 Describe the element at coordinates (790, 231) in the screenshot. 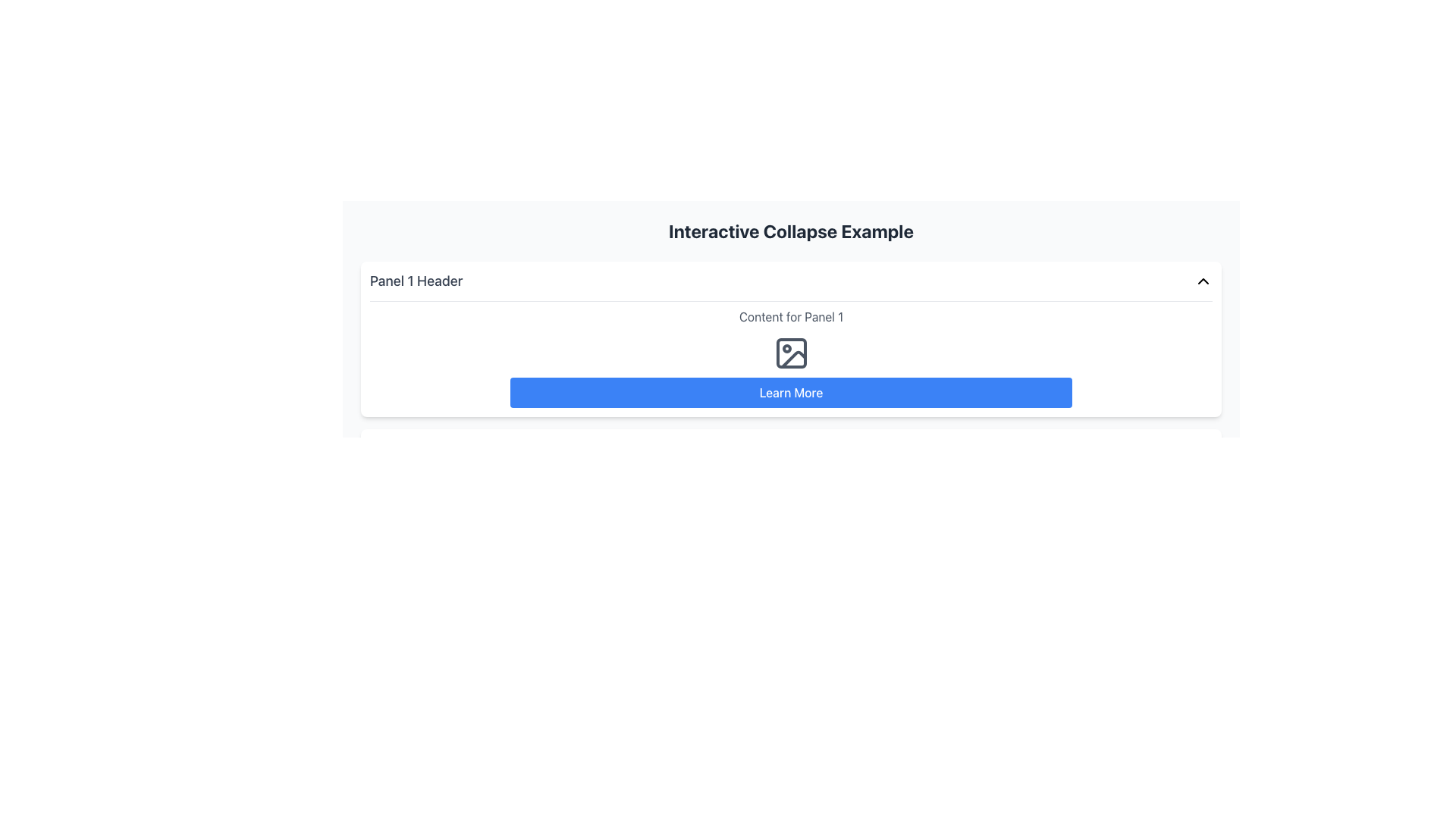

I see `the heading text element located at the top of the content, which serves as the title for the section` at that location.